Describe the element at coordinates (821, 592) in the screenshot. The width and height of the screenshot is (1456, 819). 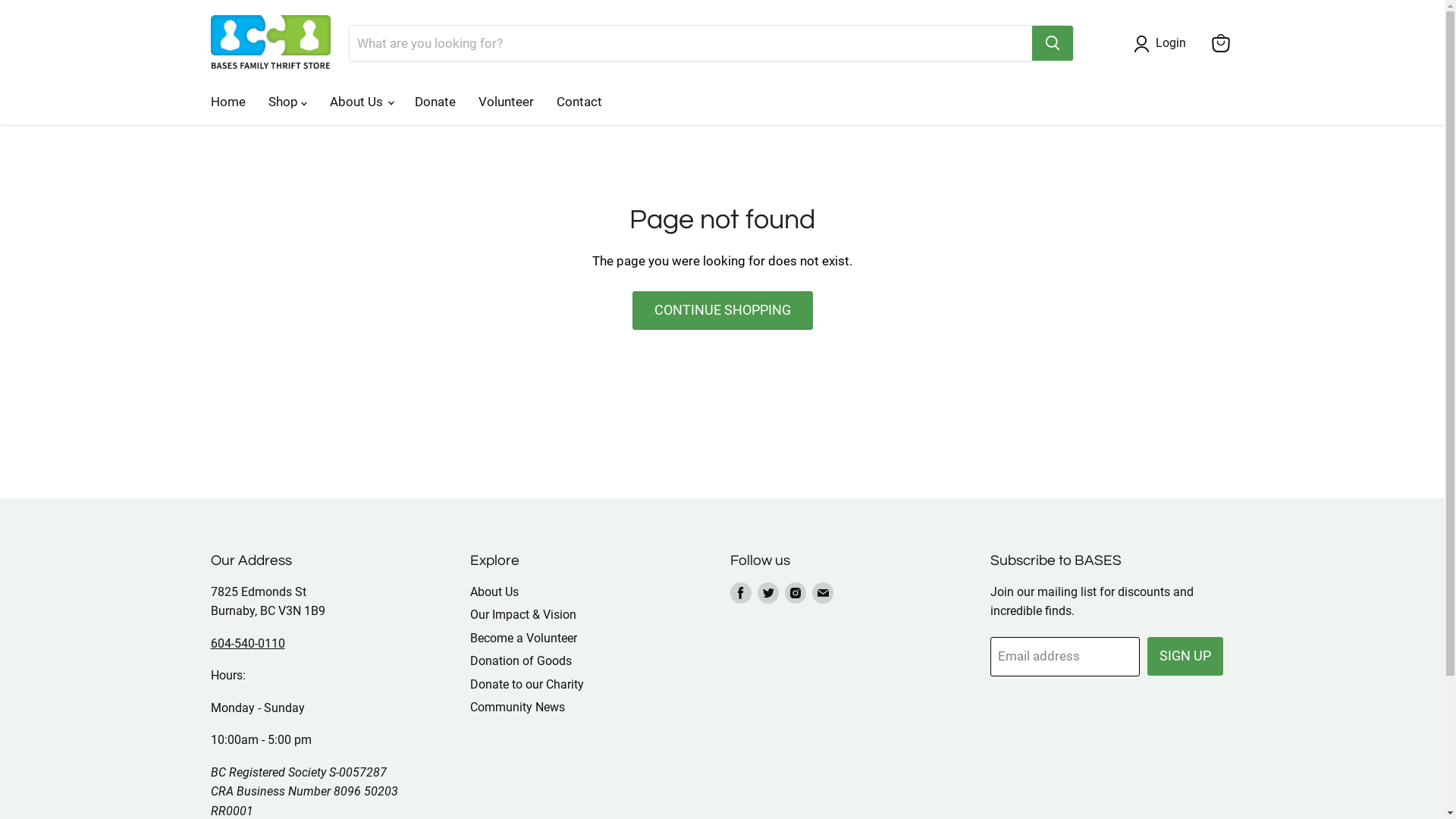
I see `'Find us on Email'` at that location.